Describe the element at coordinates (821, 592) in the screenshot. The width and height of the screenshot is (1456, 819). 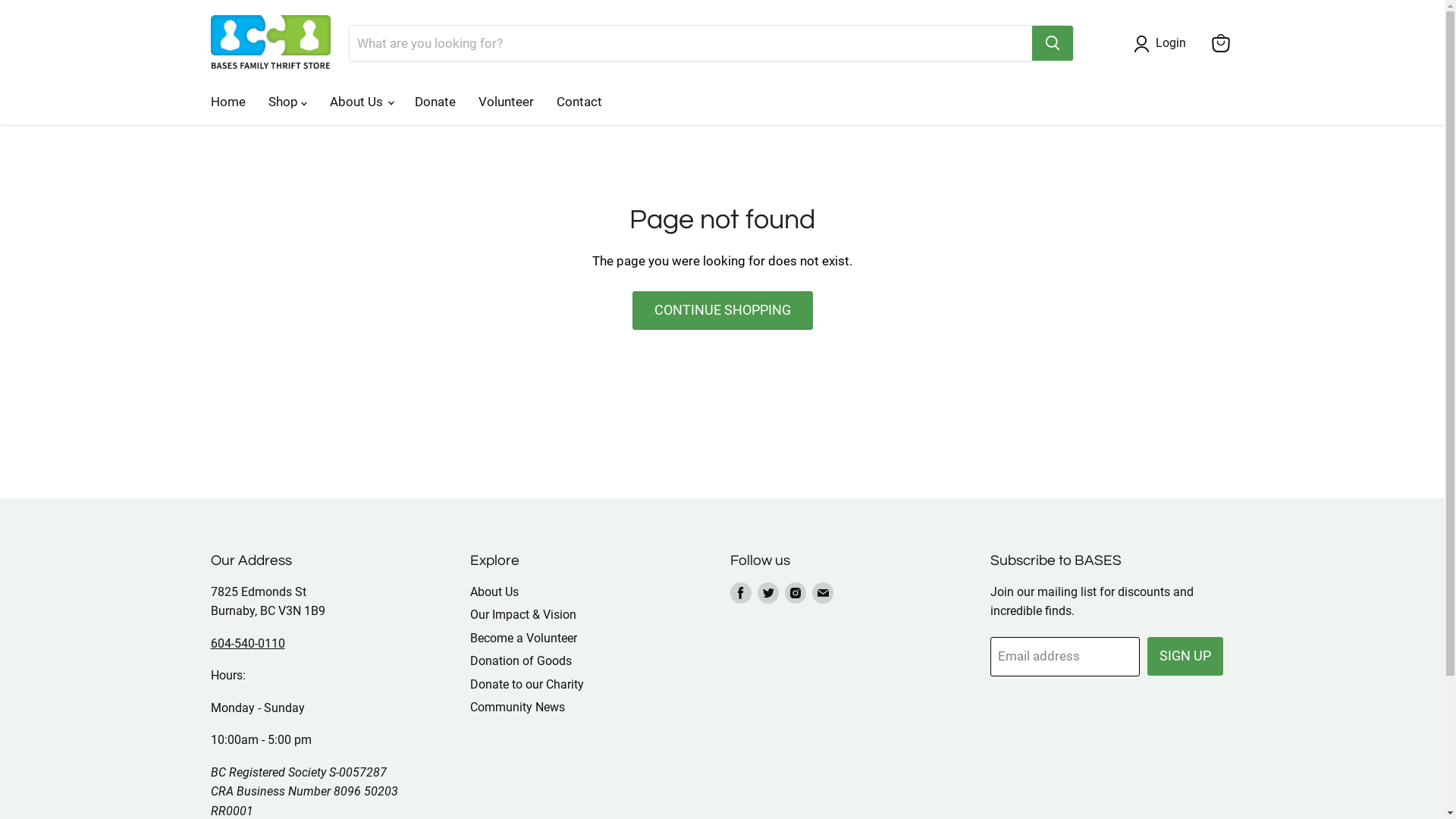
I see `'Find us on Email'` at that location.